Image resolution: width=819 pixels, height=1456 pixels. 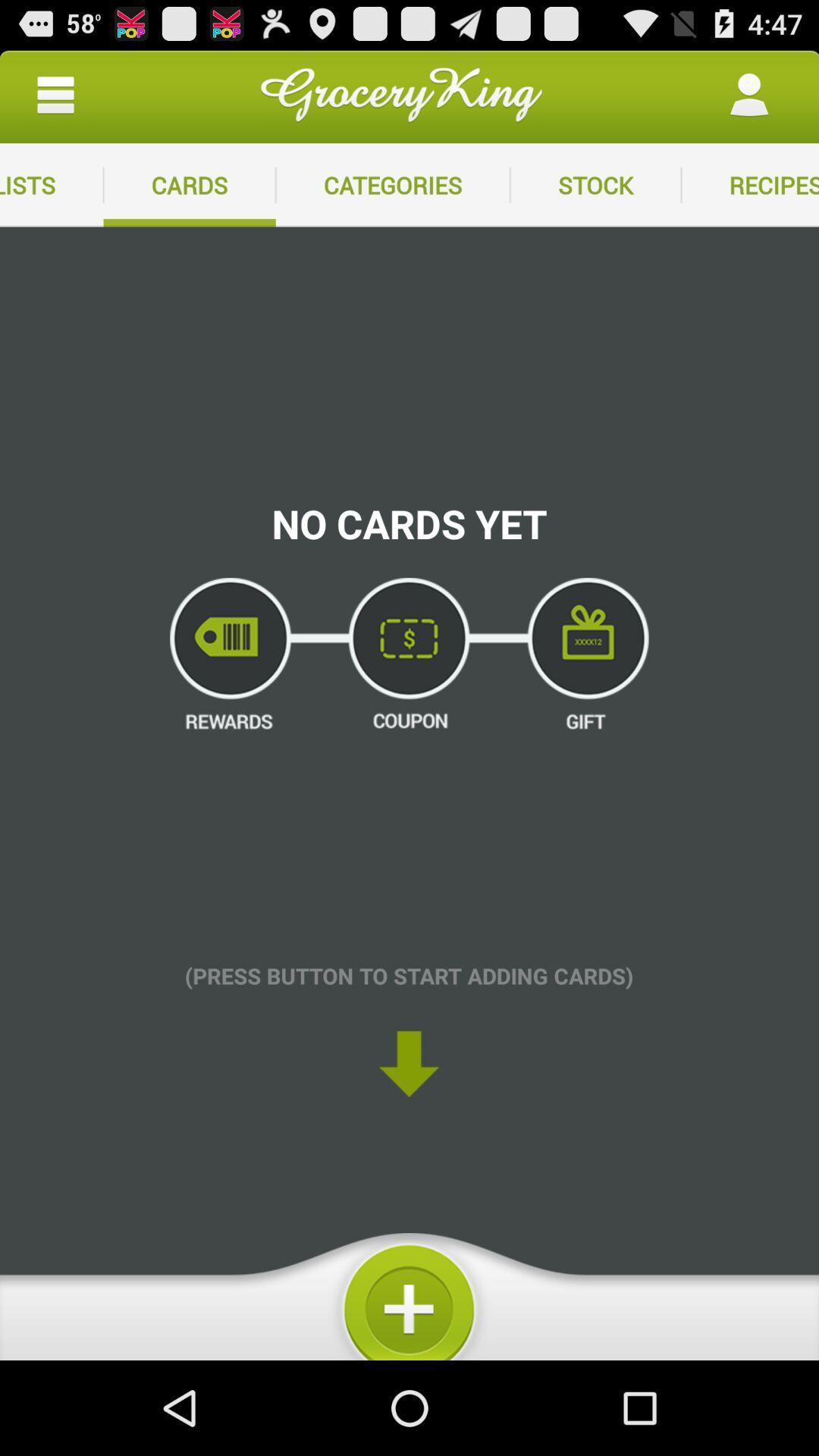 I want to click on the arrow_downward icon, so click(x=408, y=1131).